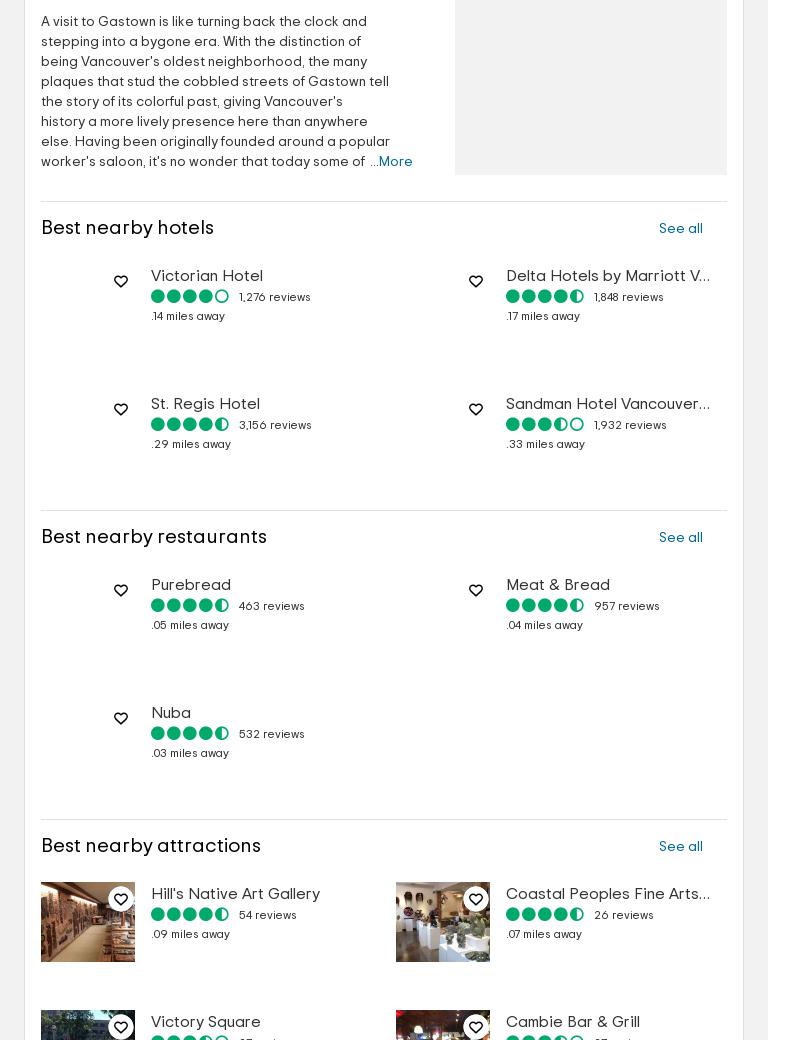 The width and height of the screenshot is (805, 1040). I want to click on '1,276 reviews', so click(274, 296).